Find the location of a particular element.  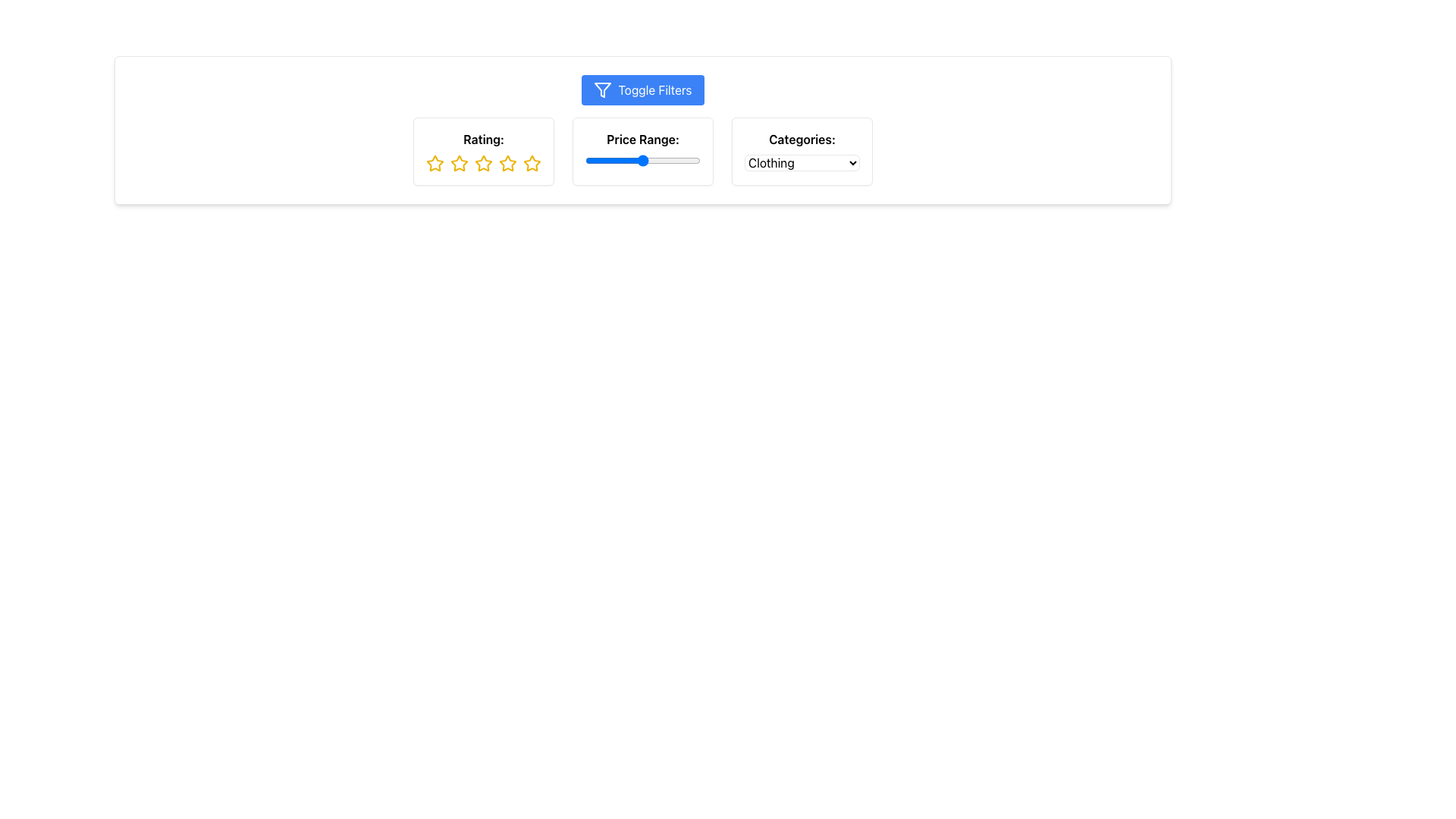

the third star in the row of five stars used for selecting the third level of rating in the rating component below the 'Rating:' label is located at coordinates (483, 164).